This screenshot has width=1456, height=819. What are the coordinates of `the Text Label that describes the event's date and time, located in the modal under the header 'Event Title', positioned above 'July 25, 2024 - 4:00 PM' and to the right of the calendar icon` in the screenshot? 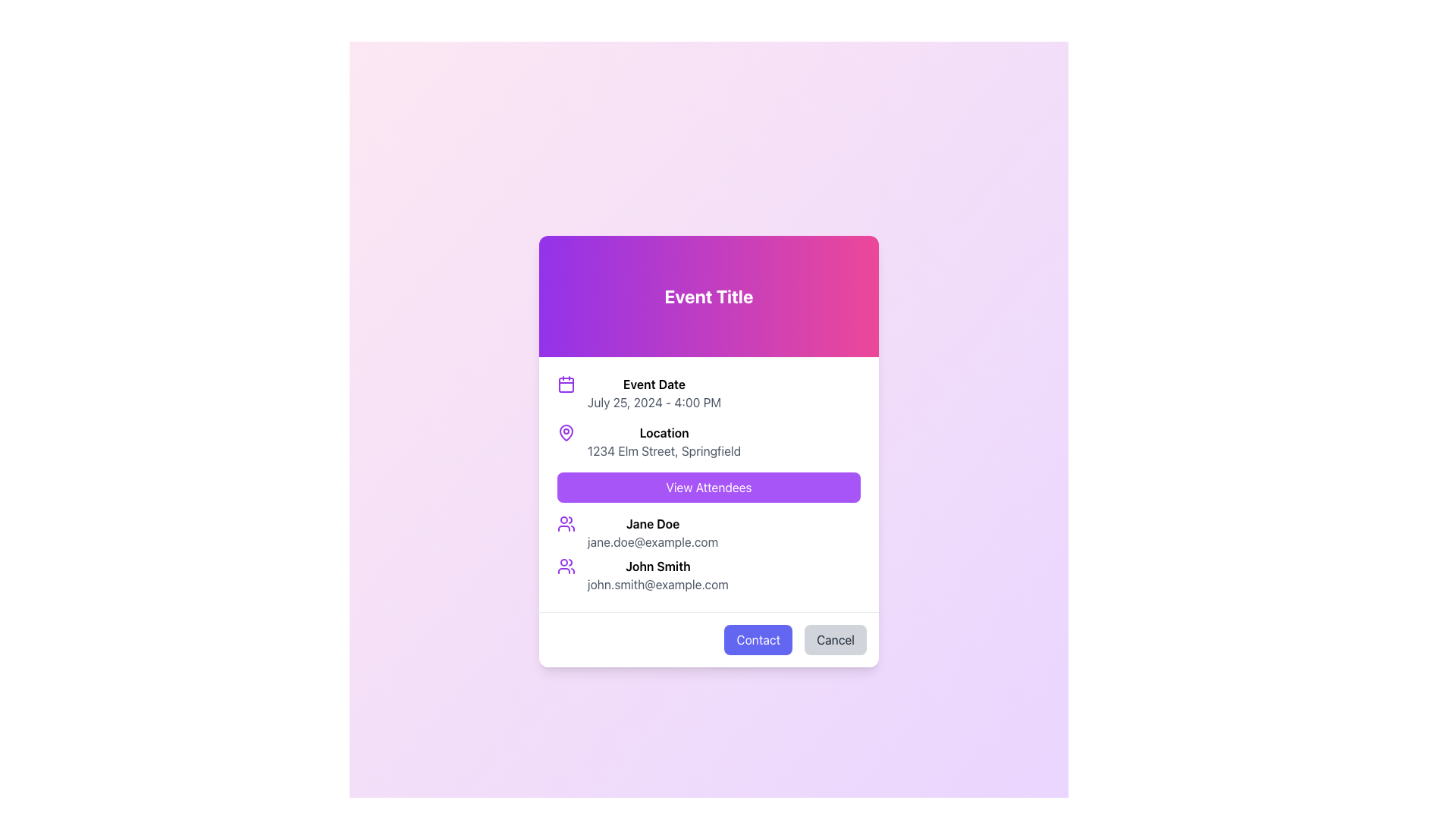 It's located at (654, 383).